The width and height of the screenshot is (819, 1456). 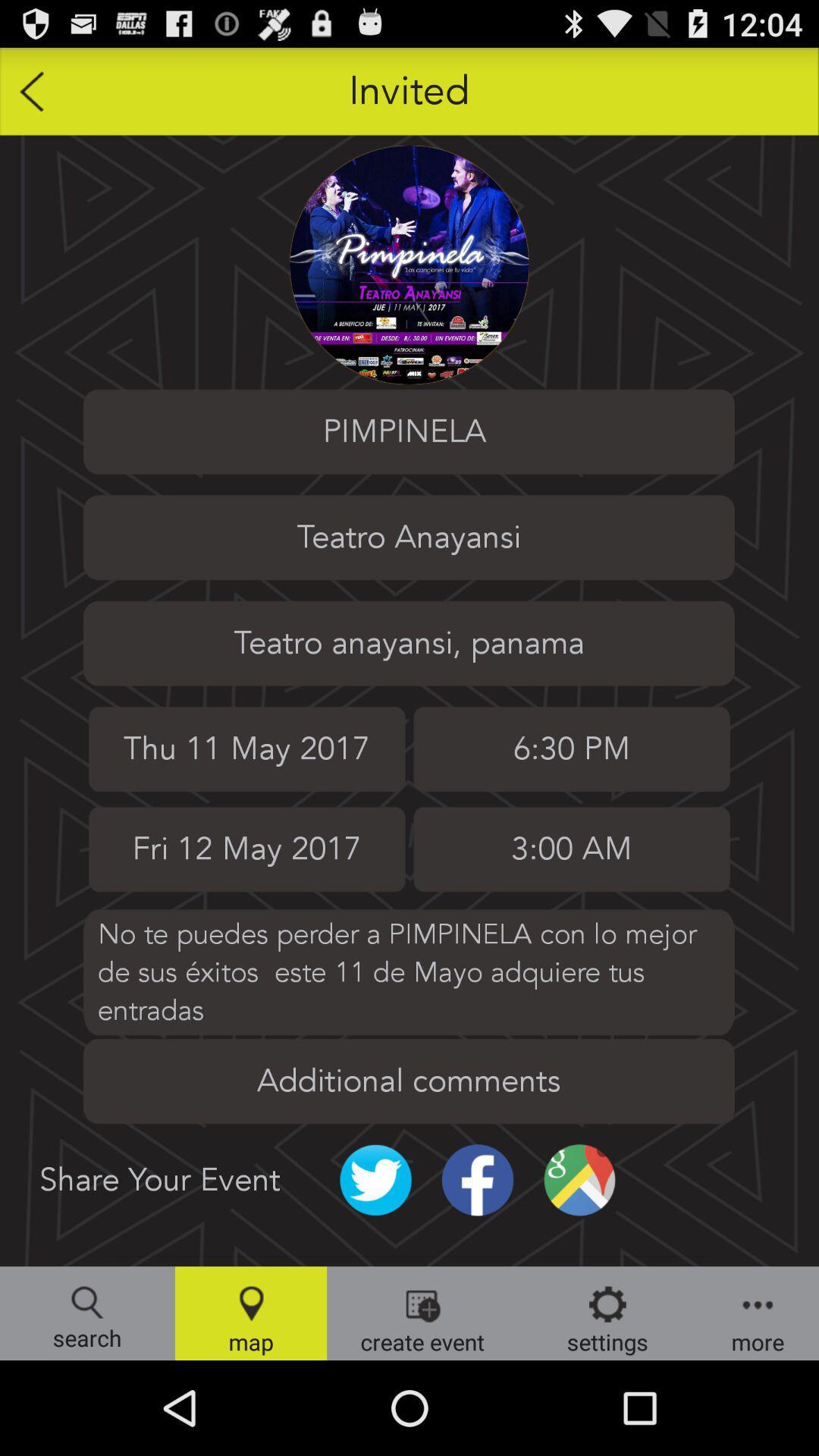 What do you see at coordinates (408, 1081) in the screenshot?
I see `additional comments` at bounding box center [408, 1081].